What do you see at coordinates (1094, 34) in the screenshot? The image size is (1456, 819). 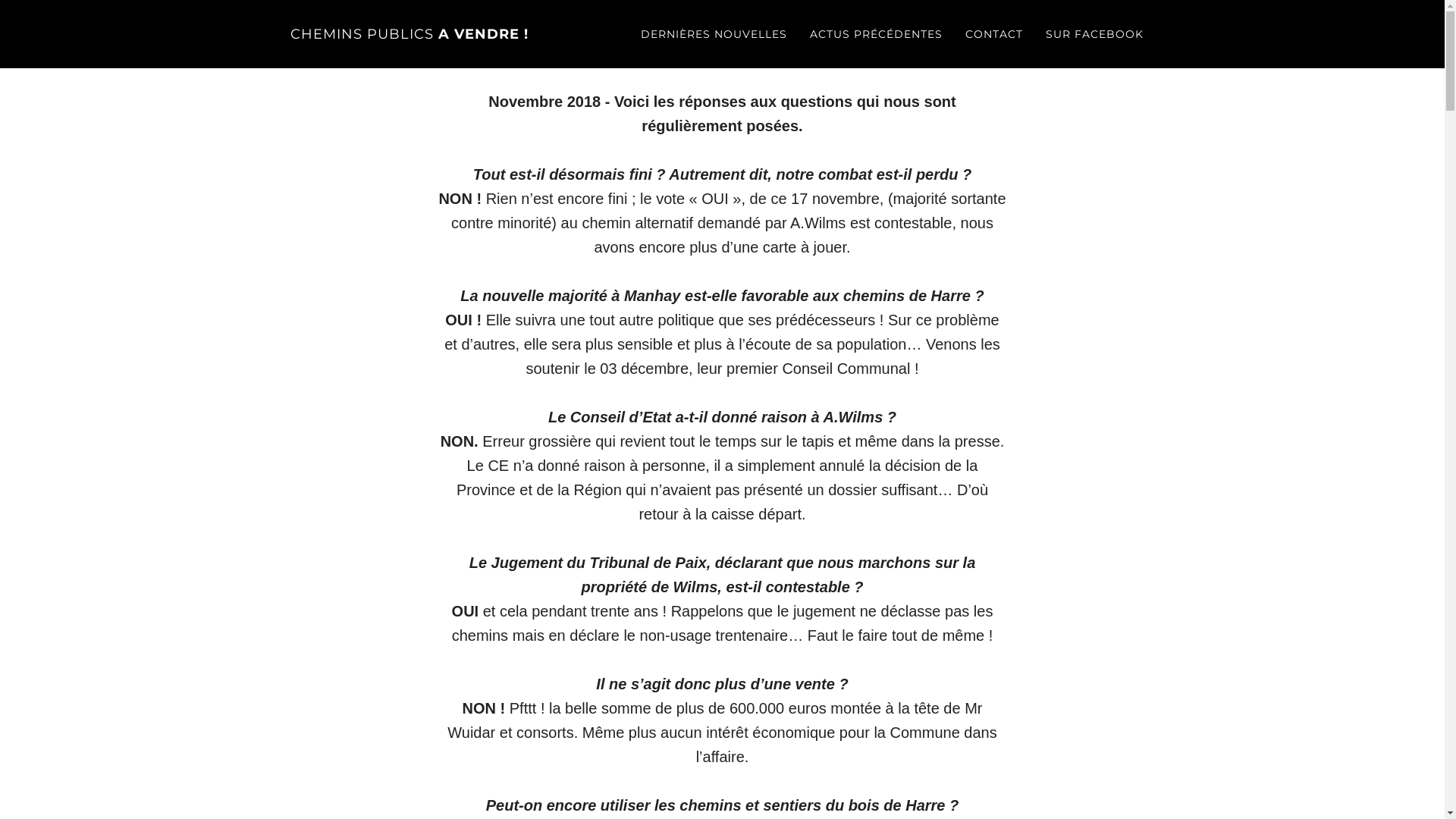 I see `'SUR FACEBOOK'` at bounding box center [1094, 34].